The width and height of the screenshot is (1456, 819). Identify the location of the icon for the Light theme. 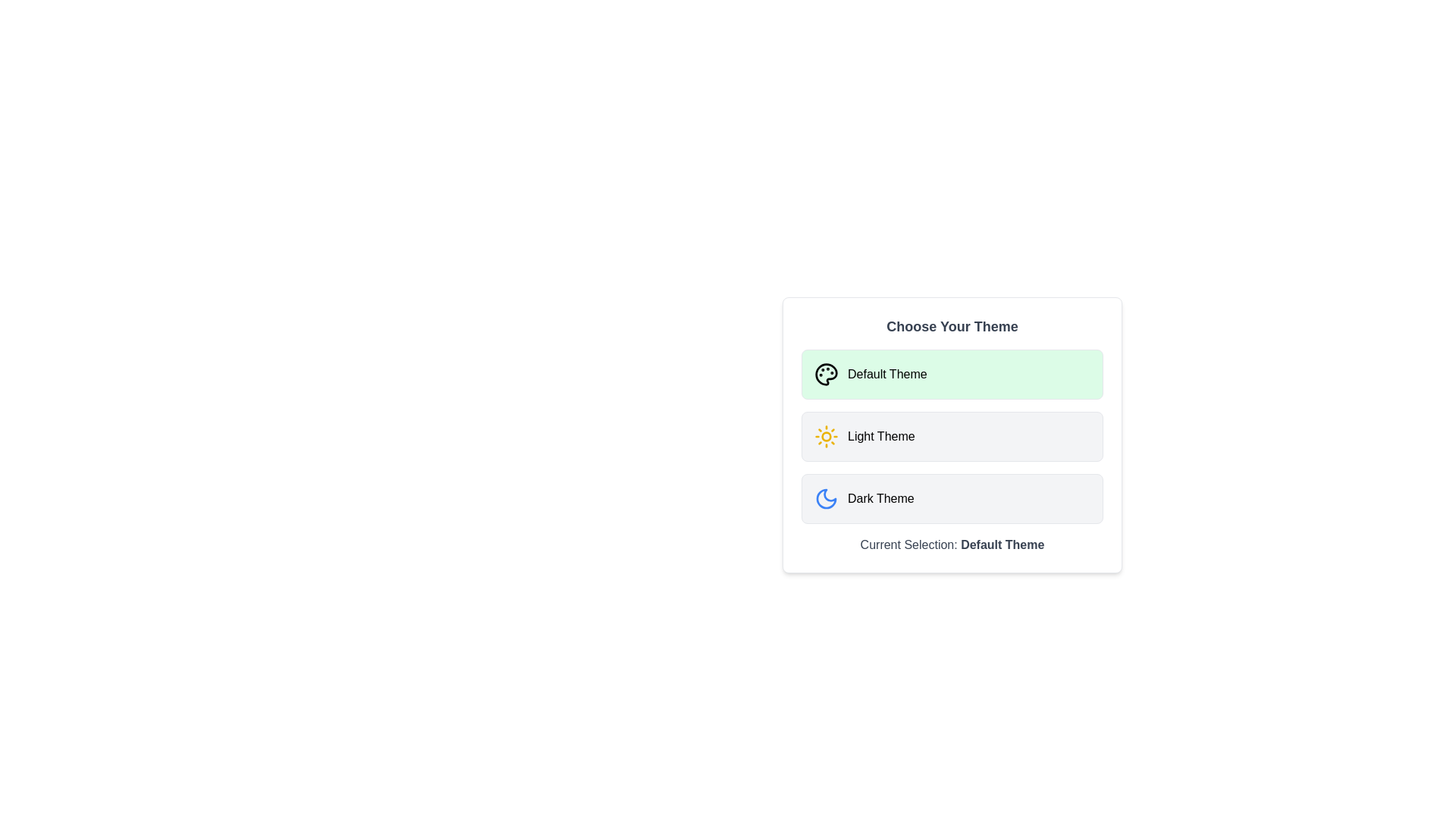
(825, 436).